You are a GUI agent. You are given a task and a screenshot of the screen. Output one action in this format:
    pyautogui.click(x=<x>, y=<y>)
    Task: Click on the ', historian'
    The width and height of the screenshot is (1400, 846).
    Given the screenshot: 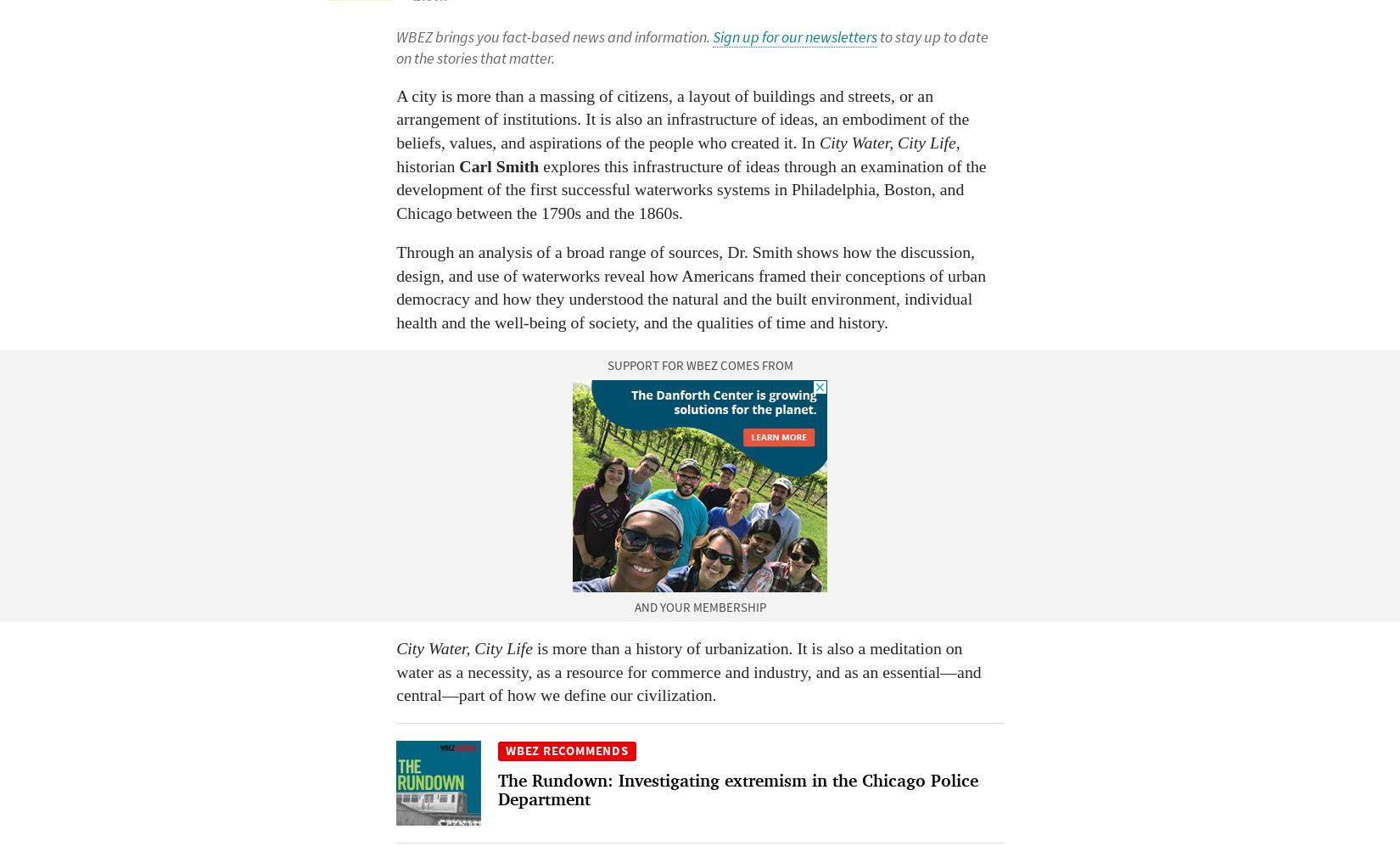 What is the action you would take?
    pyautogui.click(x=676, y=153)
    